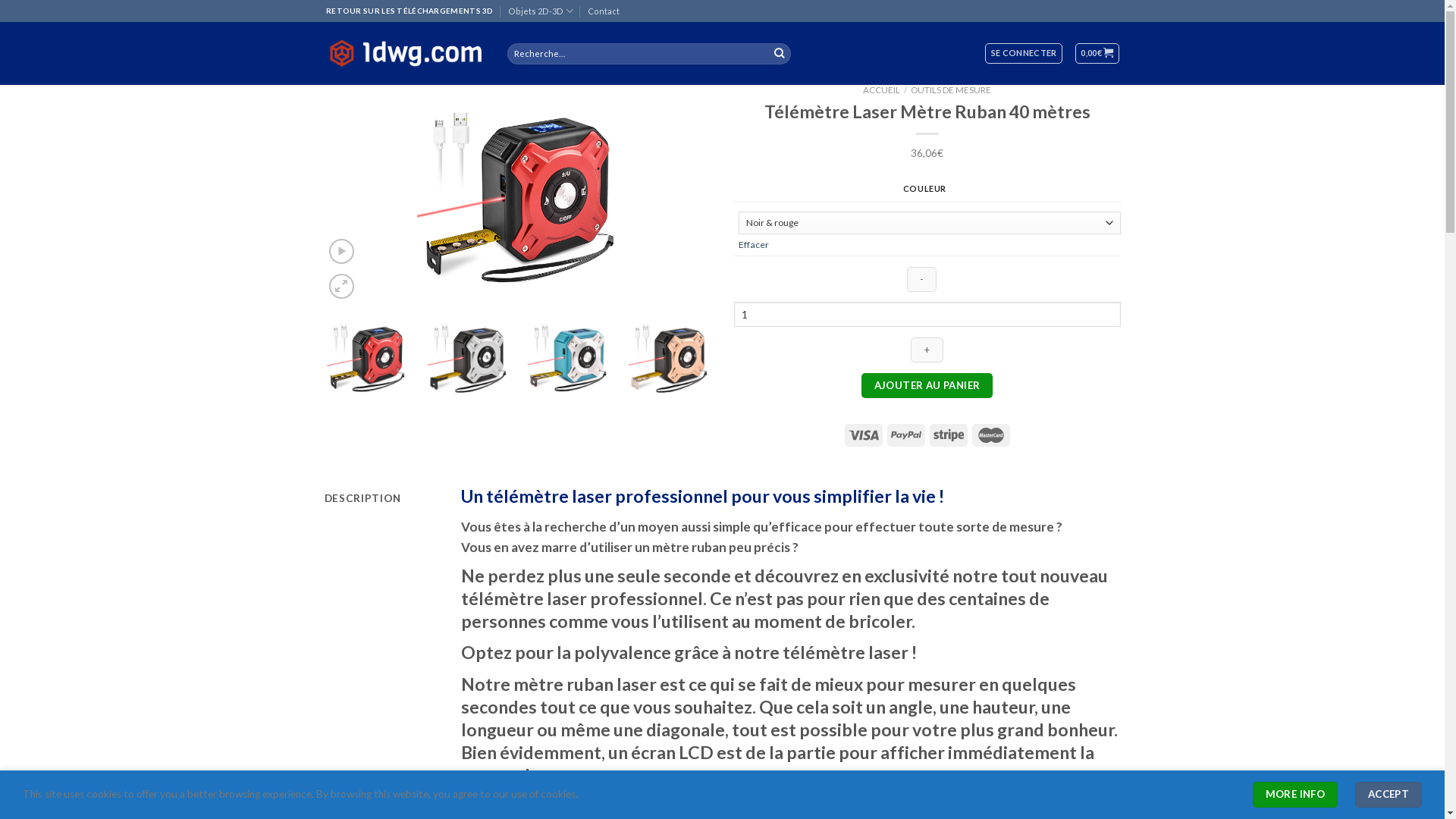 The image size is (1456, 819). What do you see at coordinates (753, 243) in the screenshot?
I see `'Effacer'` at bounding box center [753, 243].